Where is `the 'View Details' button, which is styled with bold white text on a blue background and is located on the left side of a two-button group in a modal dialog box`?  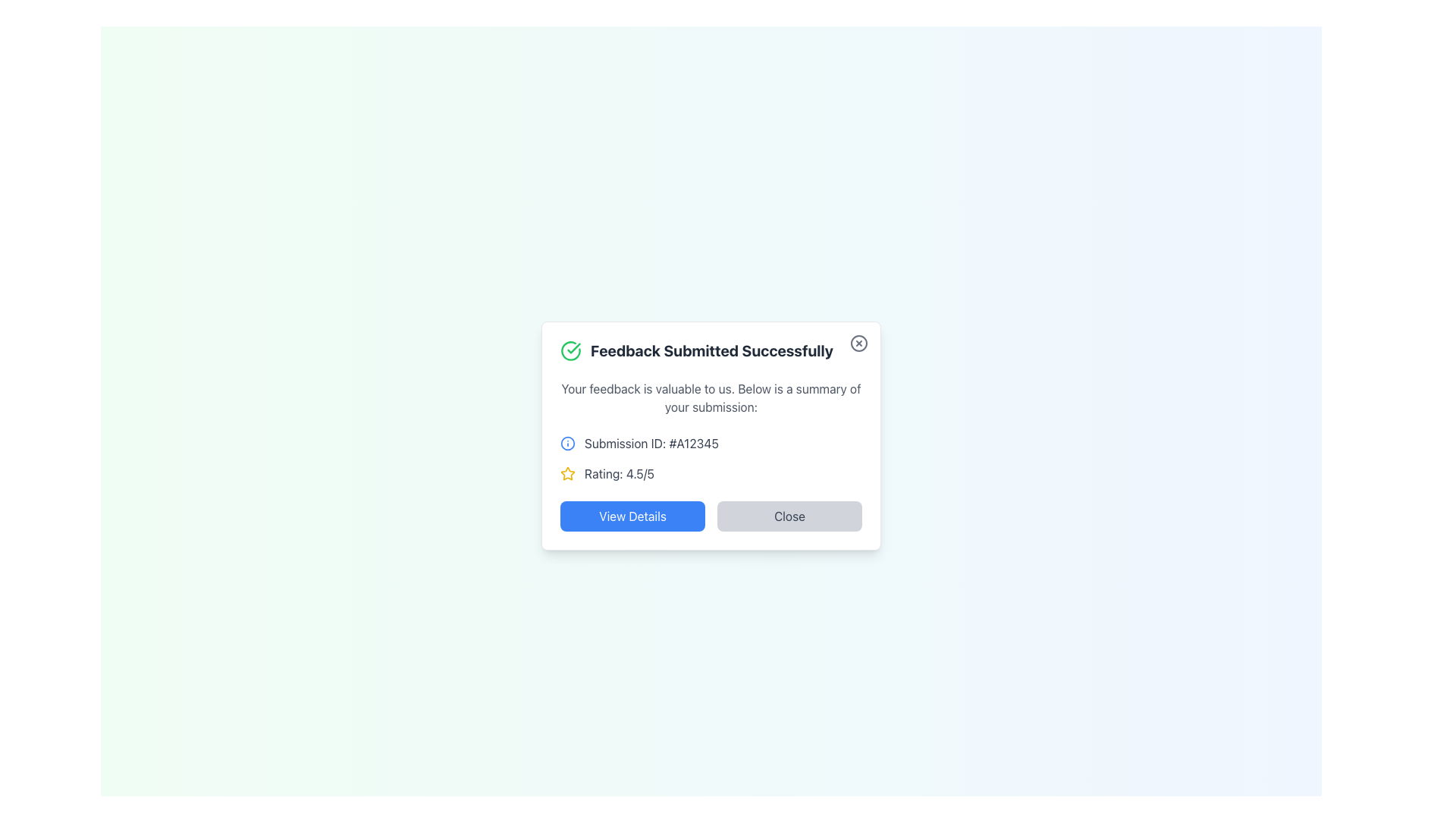 the 'View Details' button, which is styled with bold white text on a blue background and is located on the left side of a two-button group in a modal dialog box is located at coordinates (632, 516).